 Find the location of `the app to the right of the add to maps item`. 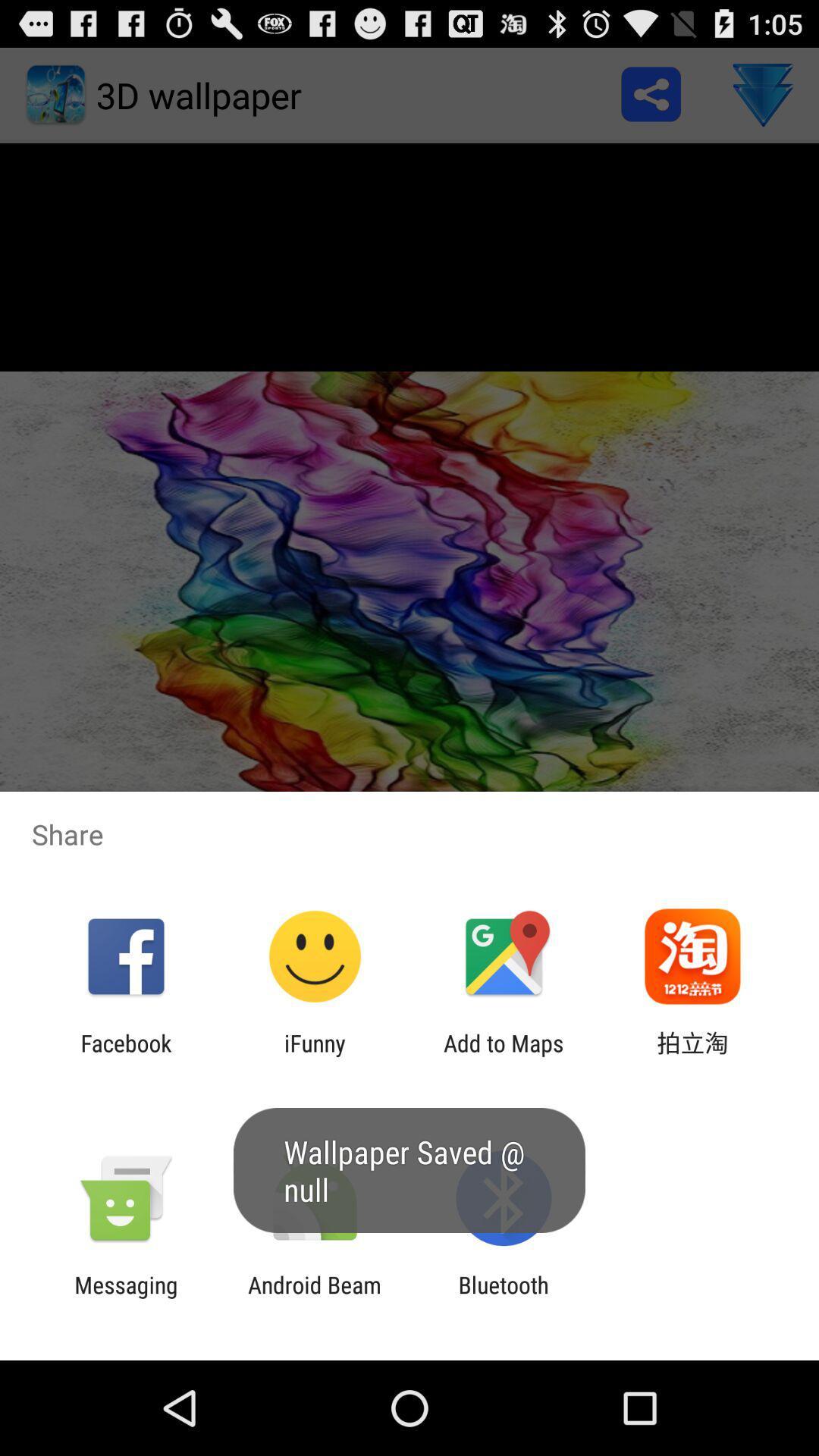

the app to the right of the add to maps item is located at coordinates (692, 1056).